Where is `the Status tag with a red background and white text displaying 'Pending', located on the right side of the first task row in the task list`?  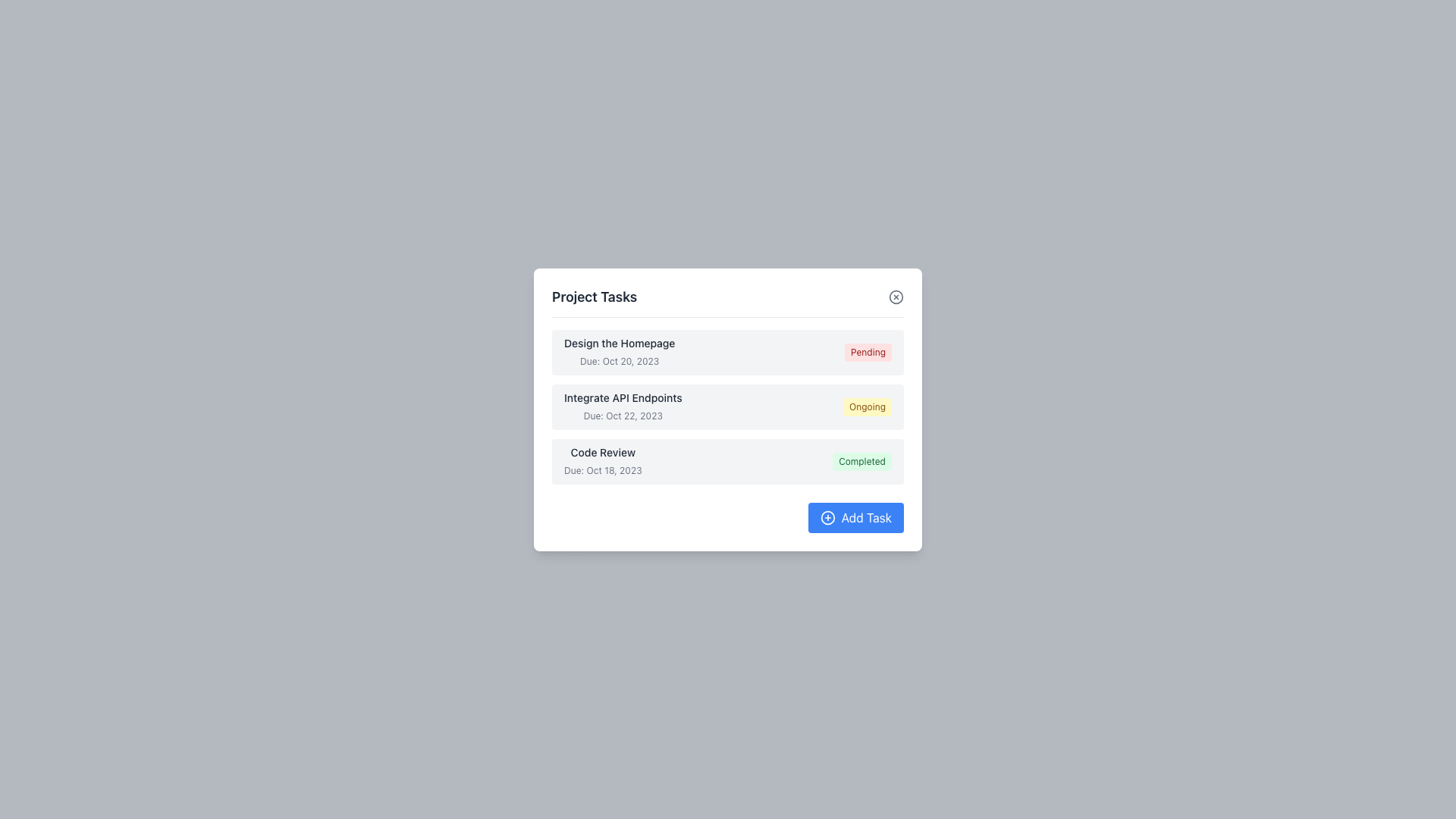 the Status tag with a red background and white text displaying 'Pending', located on the right side of the first task row in the task list is located at coordinates (868, 352).